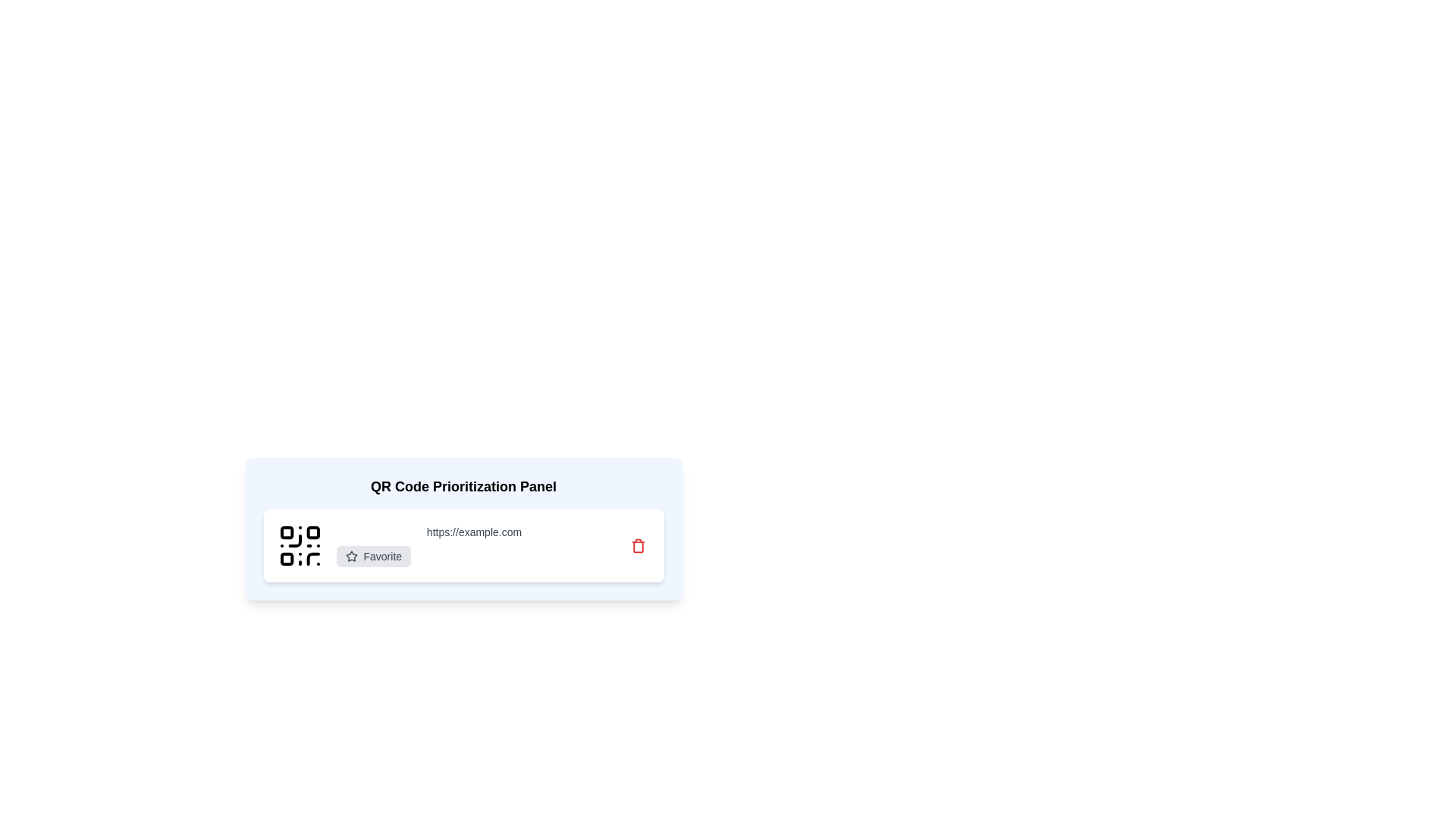 The image size is (1456, 819). What do you see at coordinates (638, 546) in the screenshot?
I see `the red trash icon located in the bottom-right corner of the white card interface` at bounding box center [638, 546].